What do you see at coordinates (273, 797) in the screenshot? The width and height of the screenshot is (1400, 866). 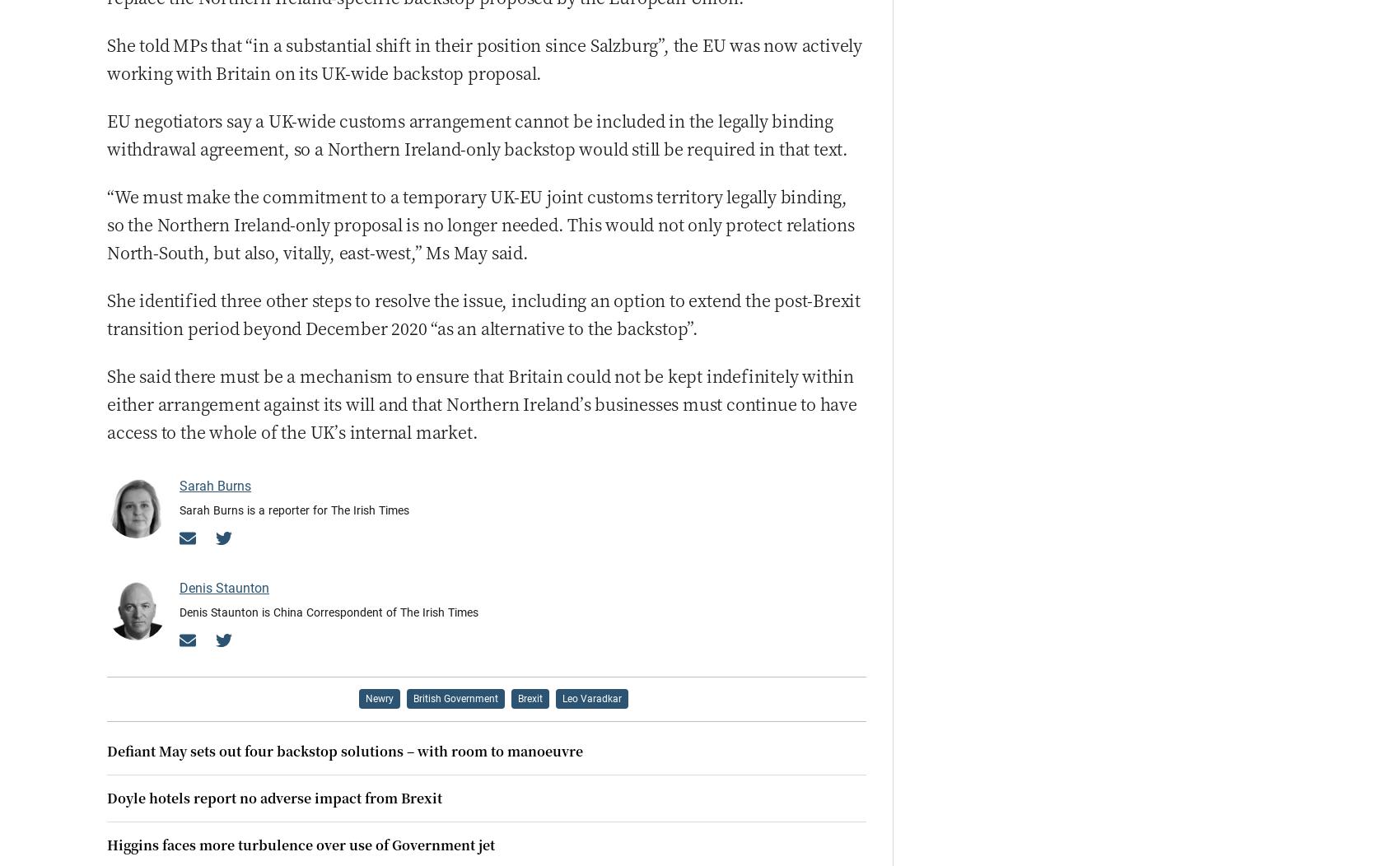 I see `'Doyle hotels report no adverse impact from Brexit'` at bounding box center [273, 797].